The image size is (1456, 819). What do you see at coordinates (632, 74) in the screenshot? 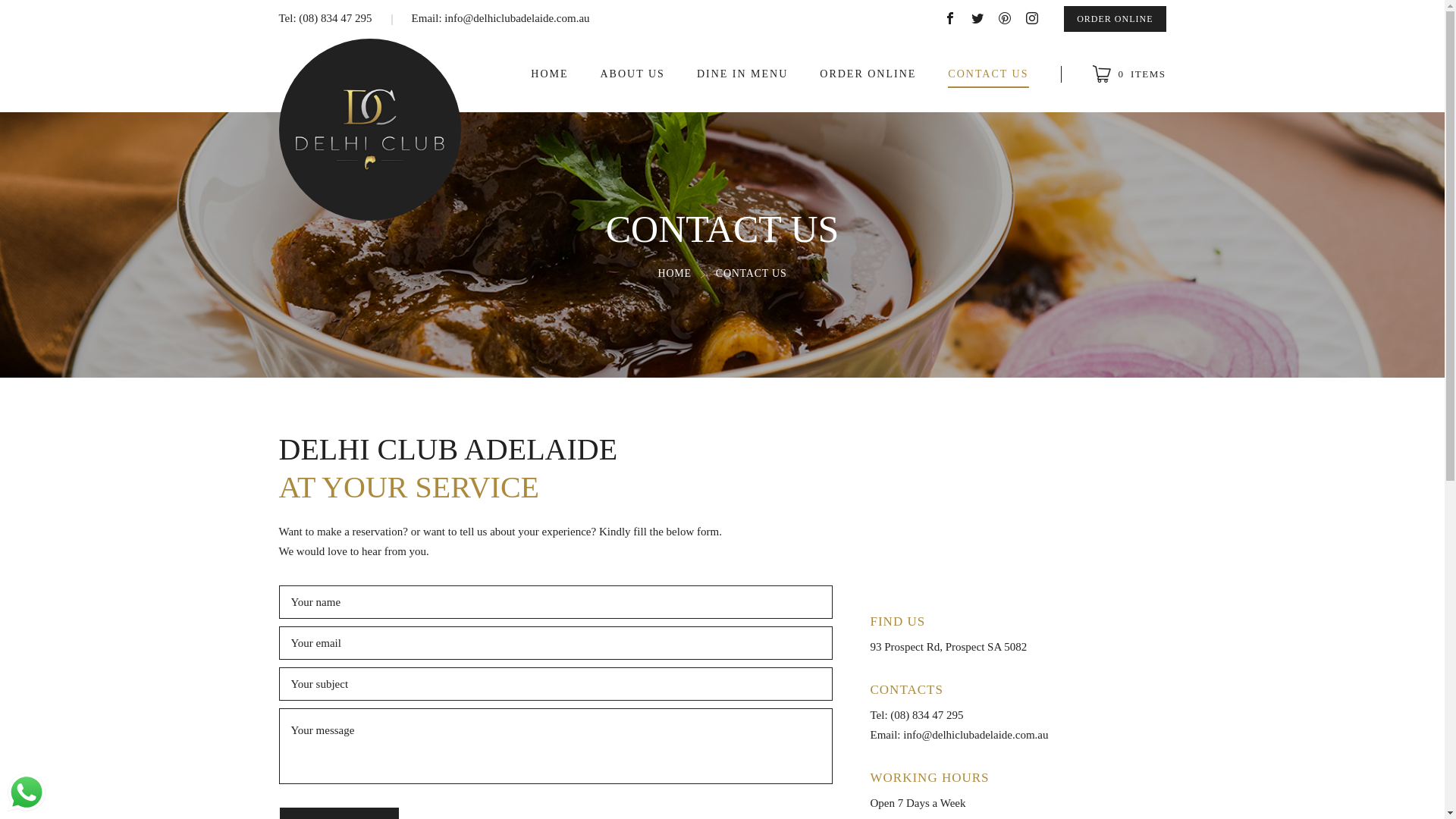
I see `'ABOUT US'` at bounding box center [632, 74].